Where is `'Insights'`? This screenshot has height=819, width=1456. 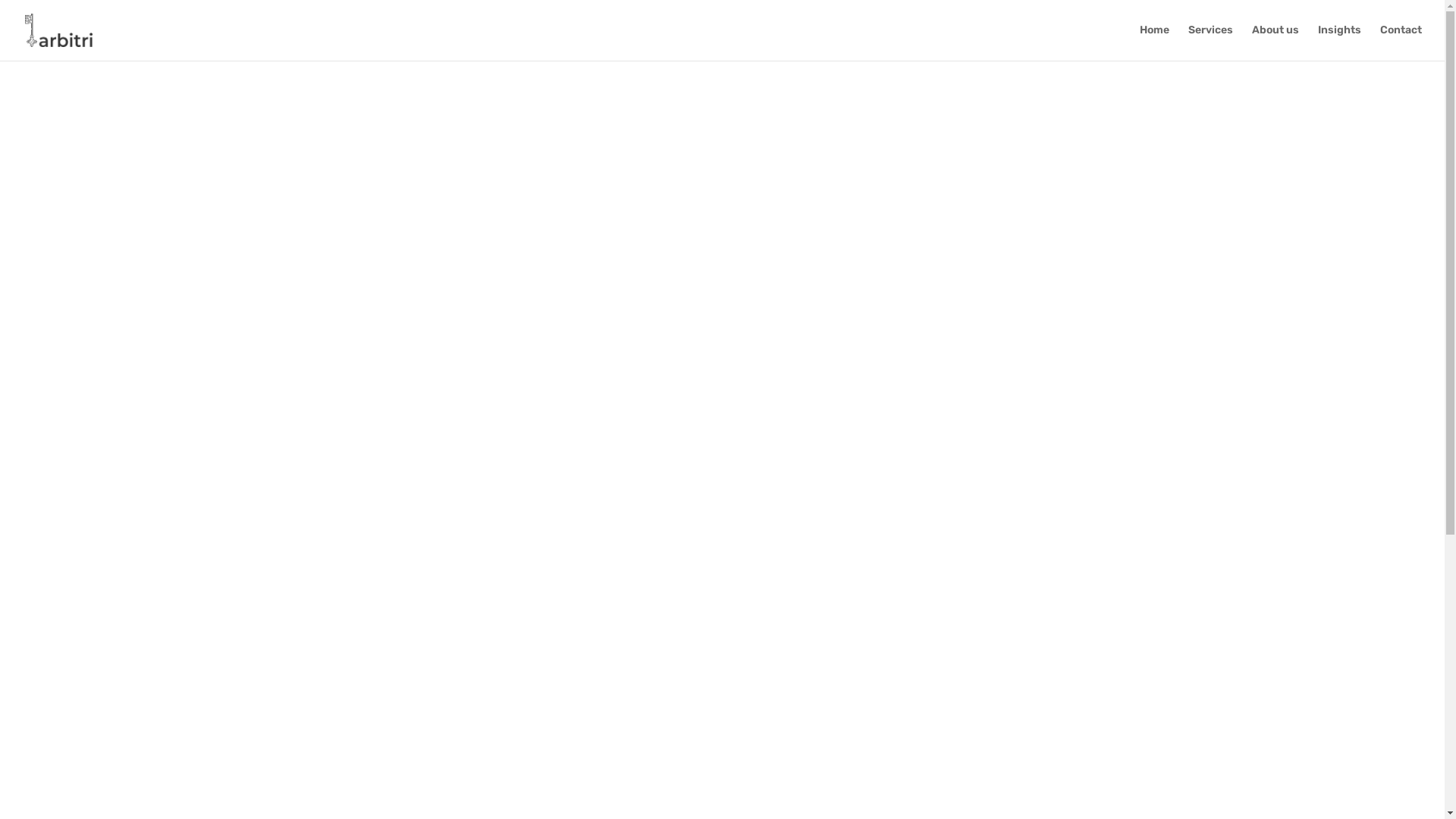 'Insights' is located at coordinates (1339, 42).